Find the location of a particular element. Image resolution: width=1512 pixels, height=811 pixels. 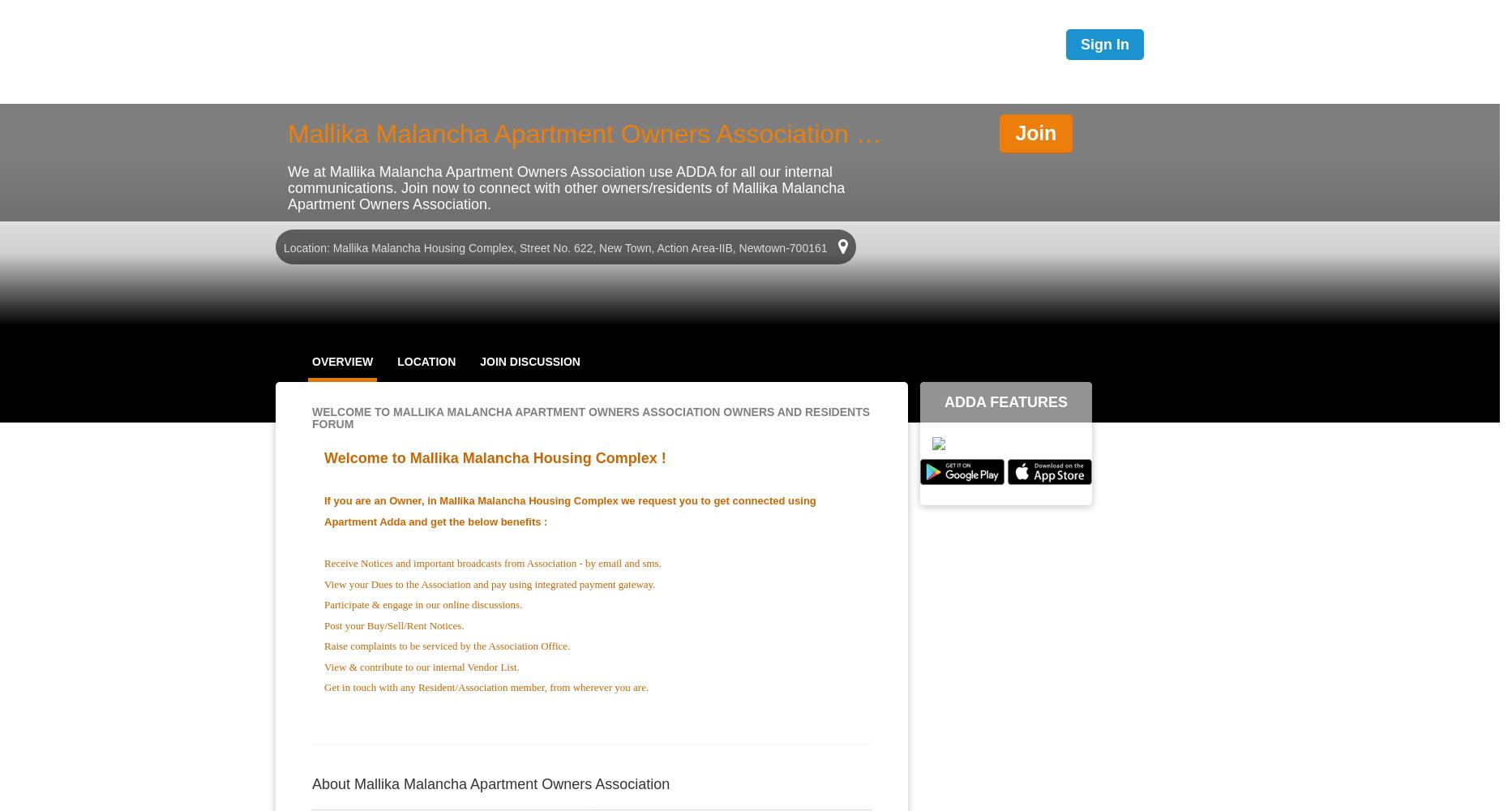

'About Mallika Malancha Apartment Owners Association' is located at coordinates (490, 783).